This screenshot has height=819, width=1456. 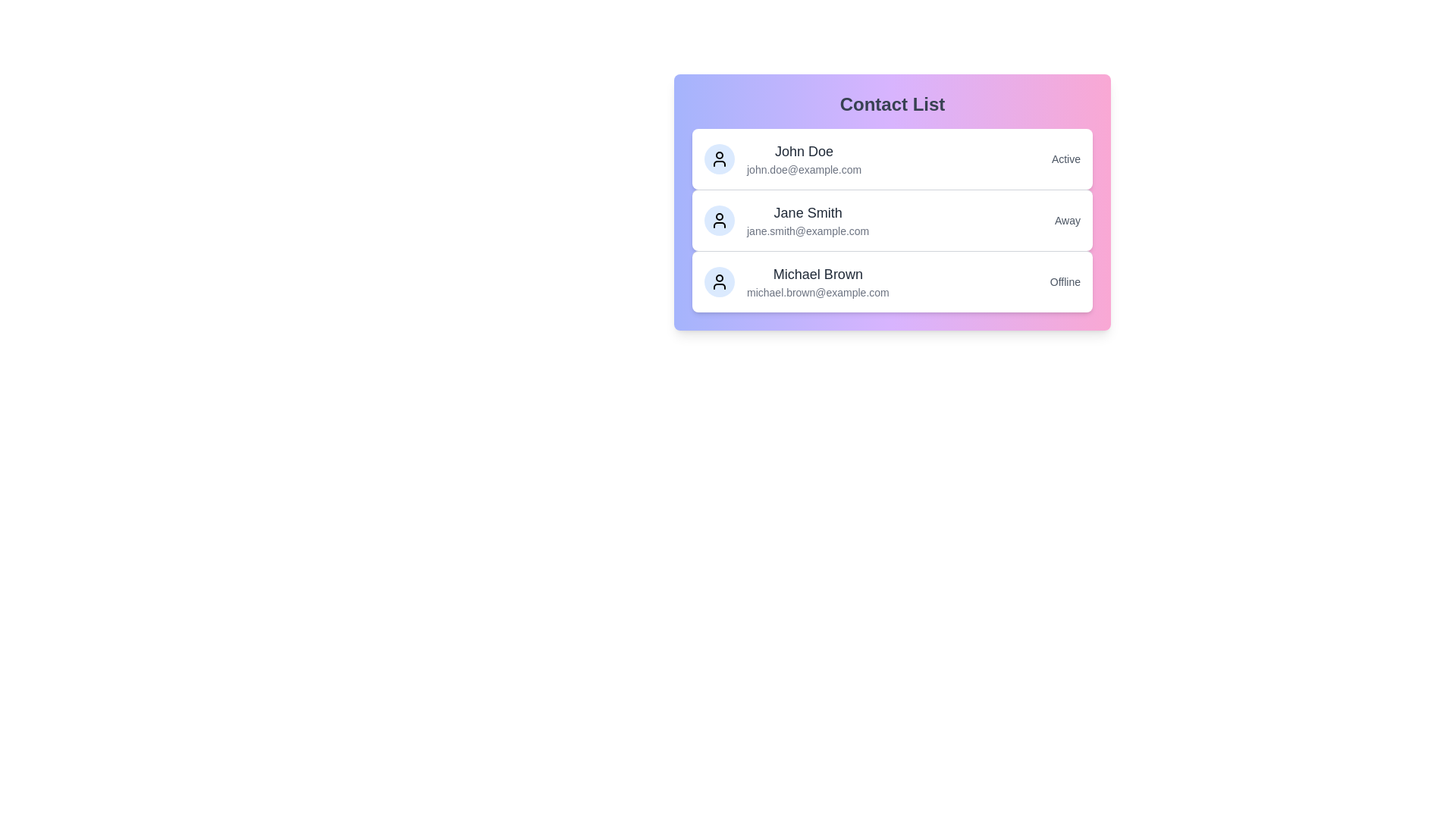 I want to click on the list item corresponding to John Doe, so click(x=892, y=158).